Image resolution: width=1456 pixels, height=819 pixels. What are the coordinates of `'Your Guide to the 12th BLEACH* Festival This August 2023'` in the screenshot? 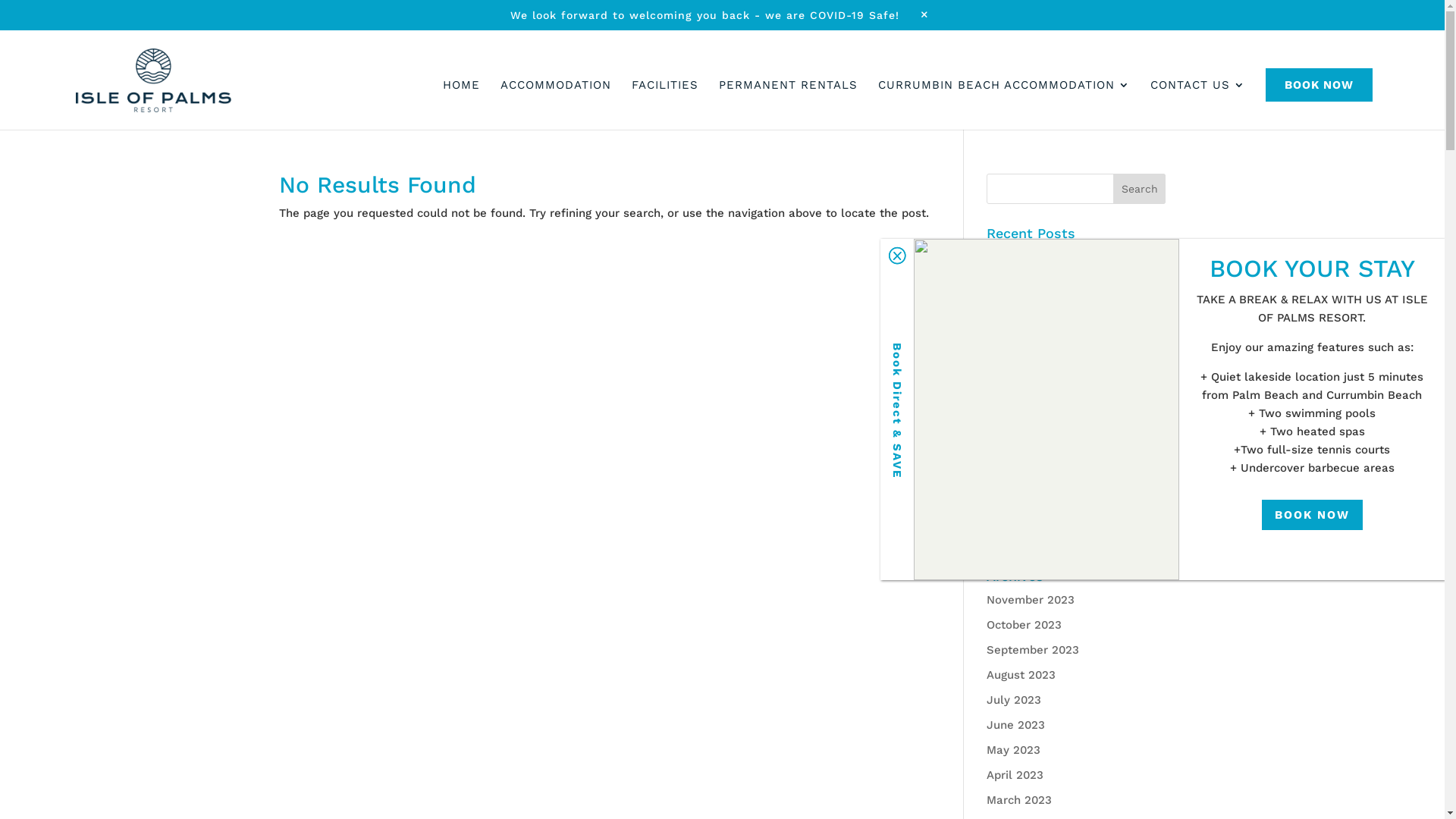 It's located at (1069, 472).